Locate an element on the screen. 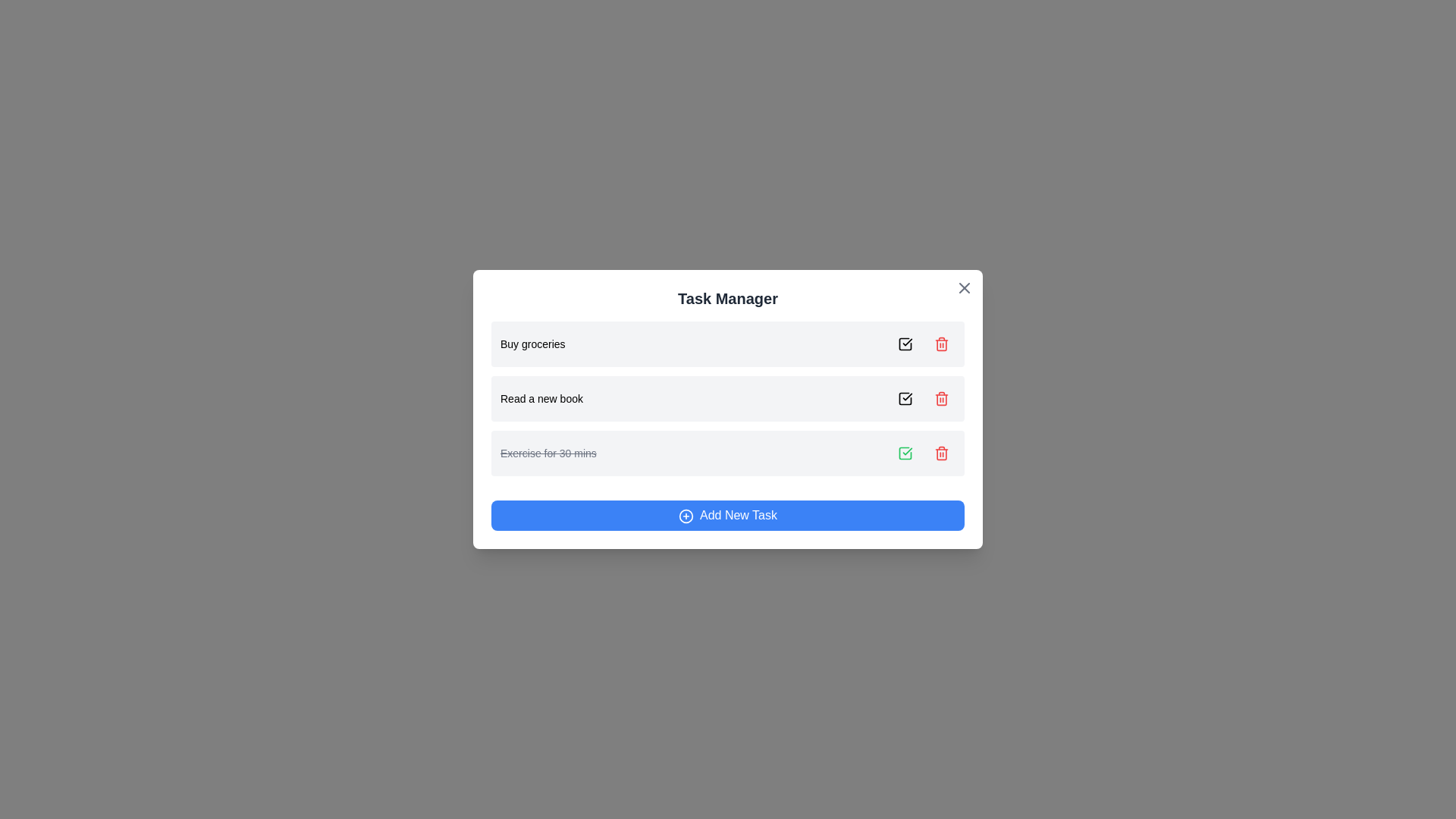  the text element reading 'Read a new book', which is the main text of the second task card in the task manager interface is located at coordinates (541, 397).